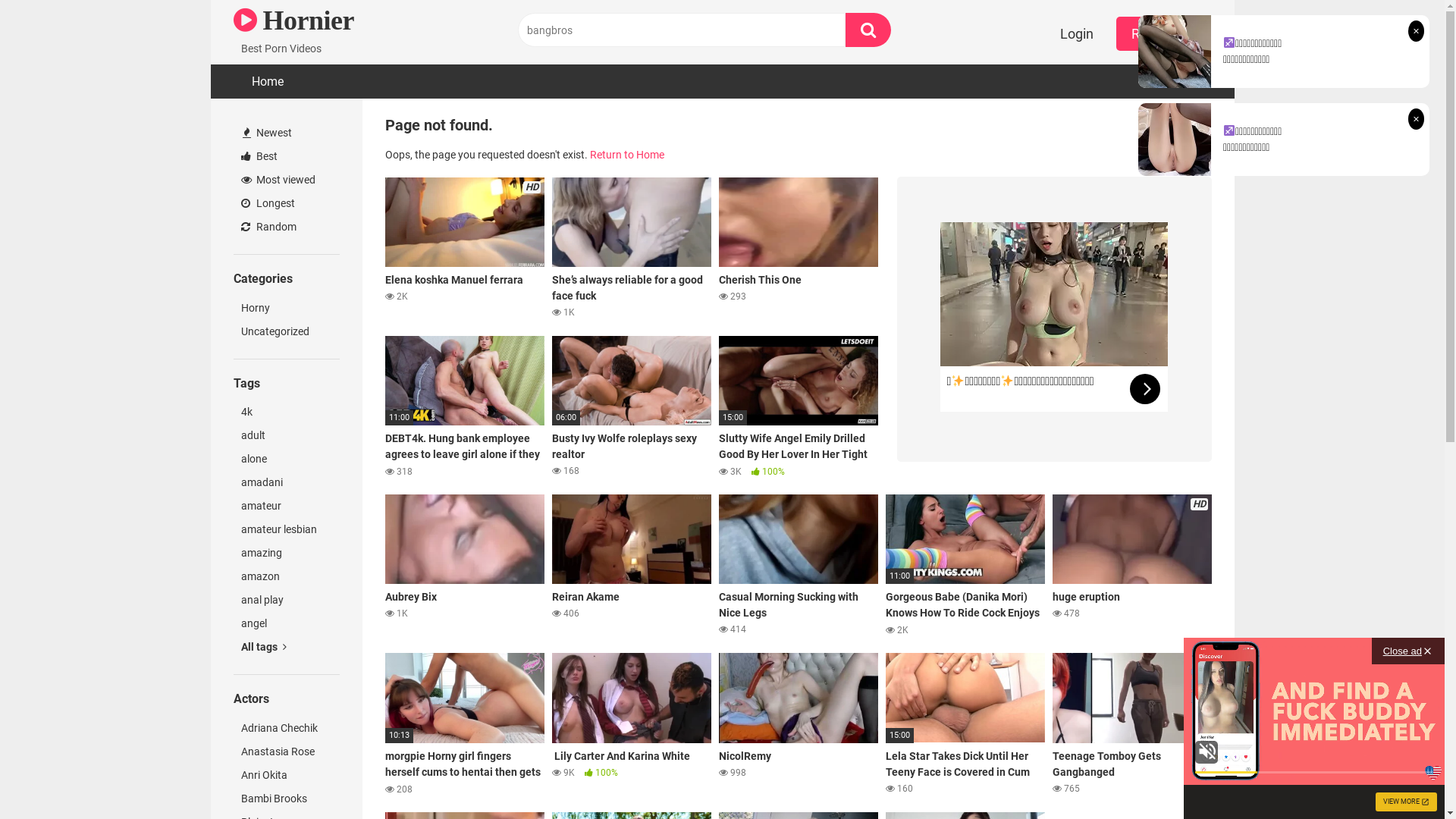 The height and width of the screenshot is (819, 1456). I want to click on '06:00, so click(632, 406).